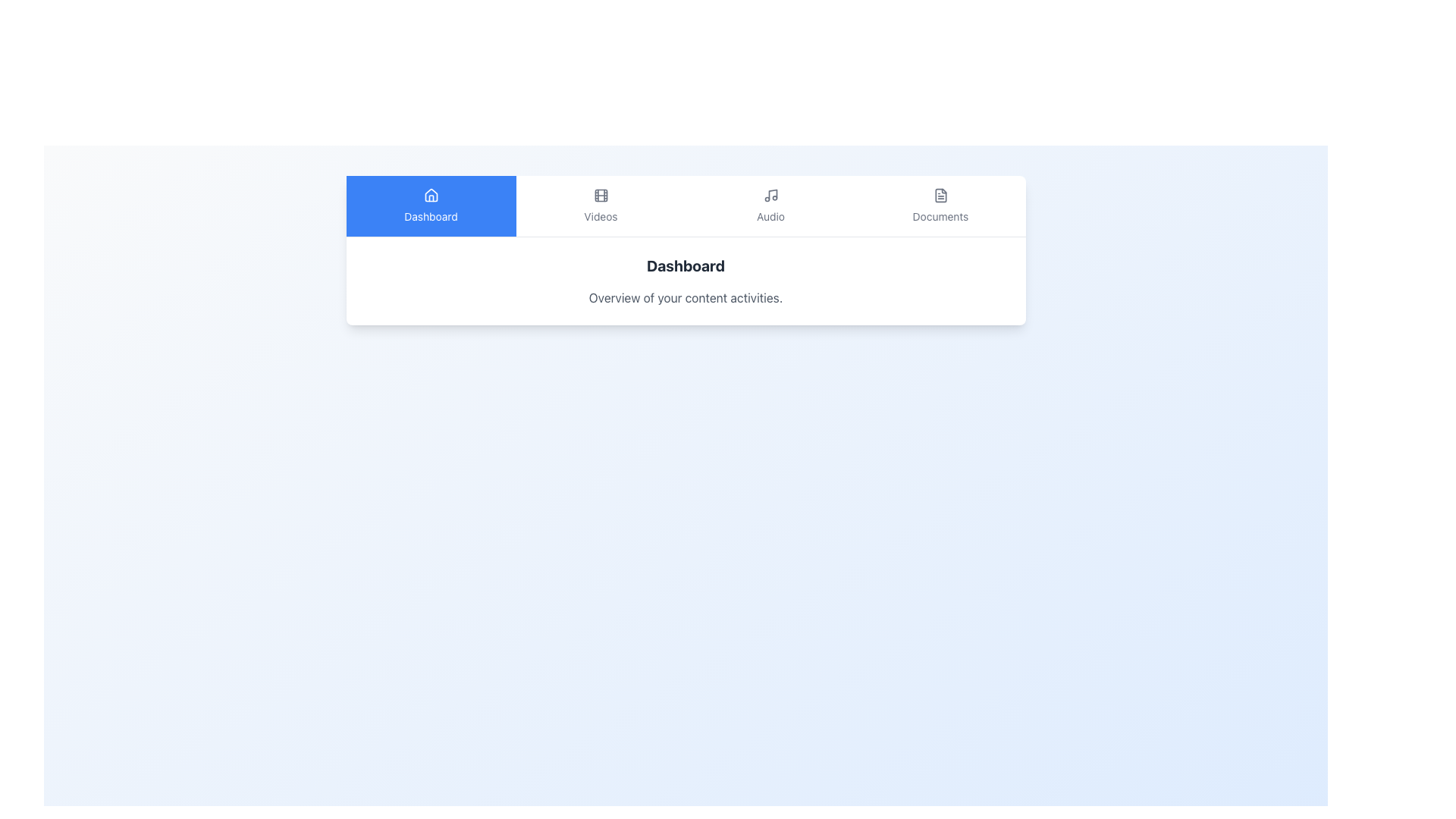  What do you see at coordinates (940, 206) in the screenshot?
I see `the 'Documents' navigation button, the fourth item in the horizontal navigation bar, to change its color` at bounding box center [940, 206].